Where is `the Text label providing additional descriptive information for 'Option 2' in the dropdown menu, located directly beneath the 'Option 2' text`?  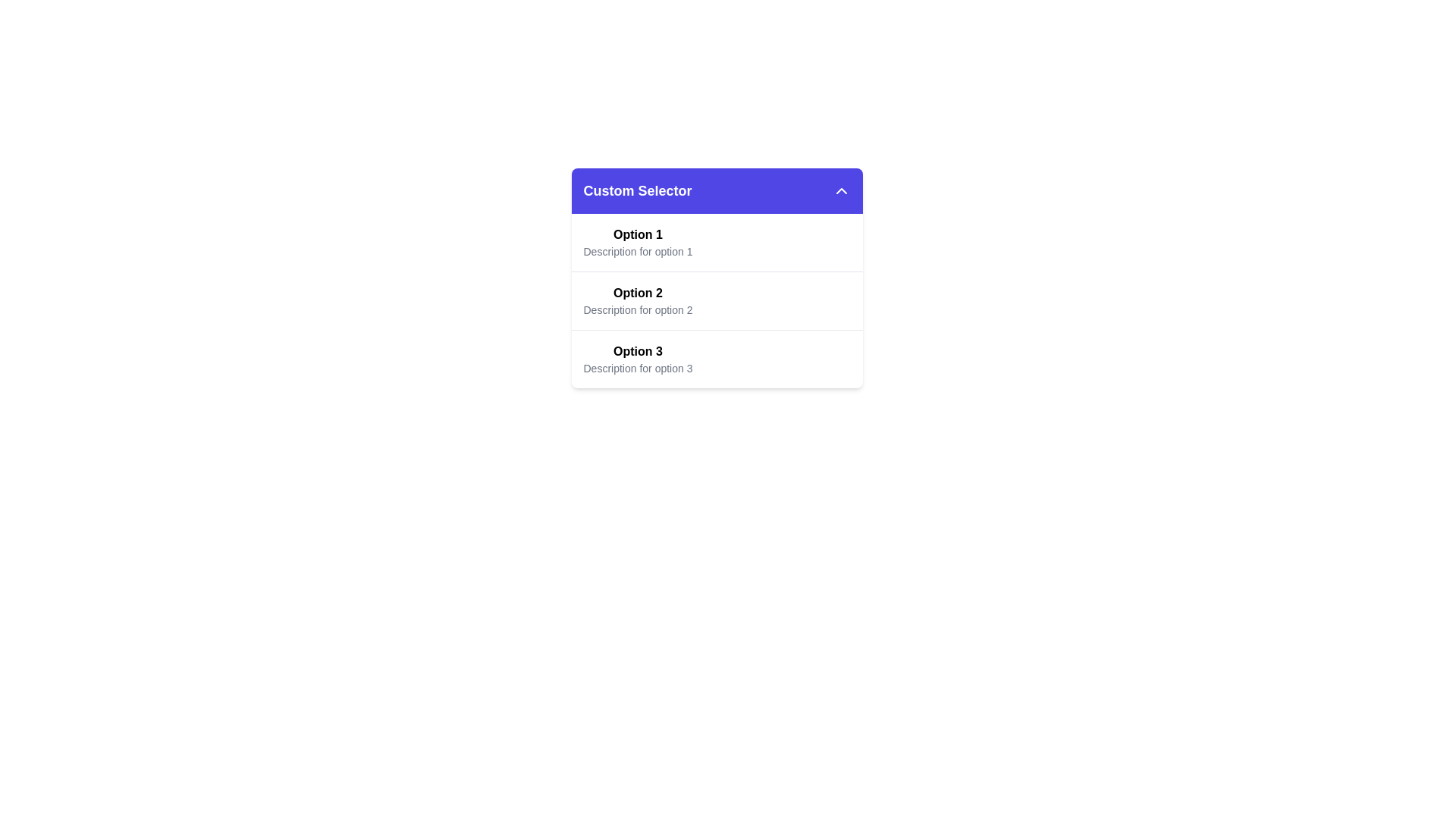
the Text label providing additional descriptive information for 'Option 2' in the dropdown menu, located directly beneath the 'Option 2' text is located at coordinates (638, 309).